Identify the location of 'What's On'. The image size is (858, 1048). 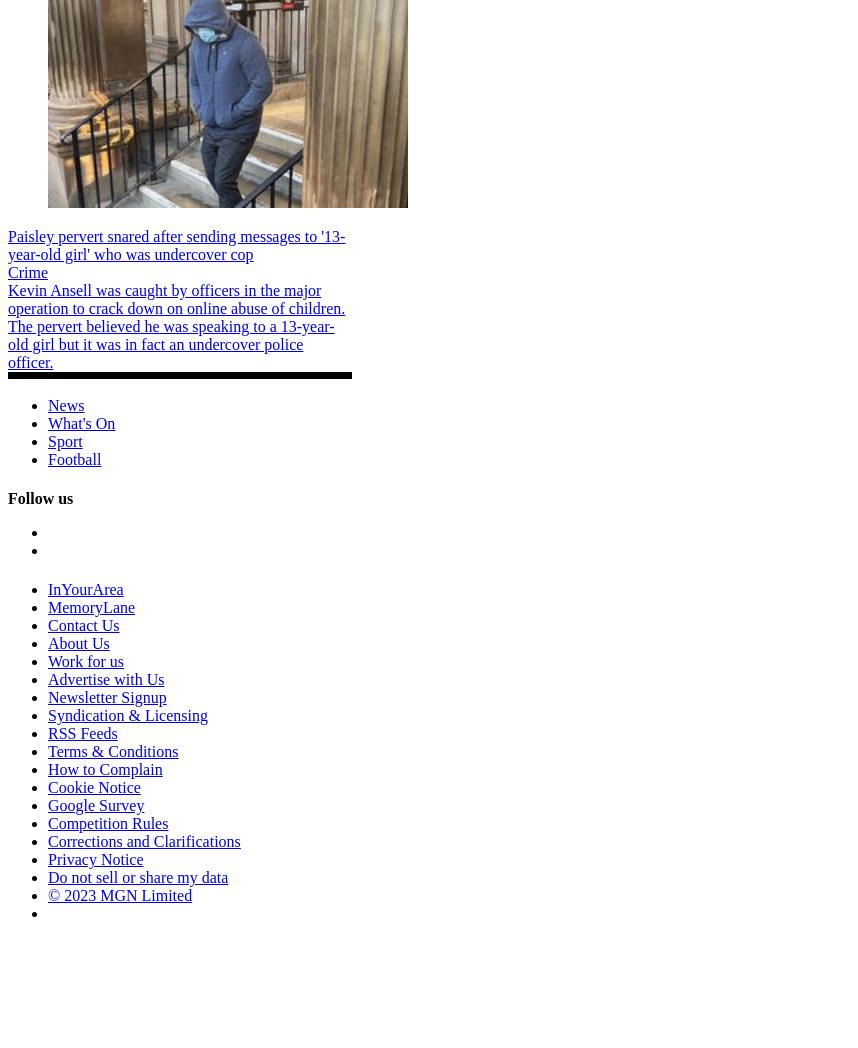
(80, 422).